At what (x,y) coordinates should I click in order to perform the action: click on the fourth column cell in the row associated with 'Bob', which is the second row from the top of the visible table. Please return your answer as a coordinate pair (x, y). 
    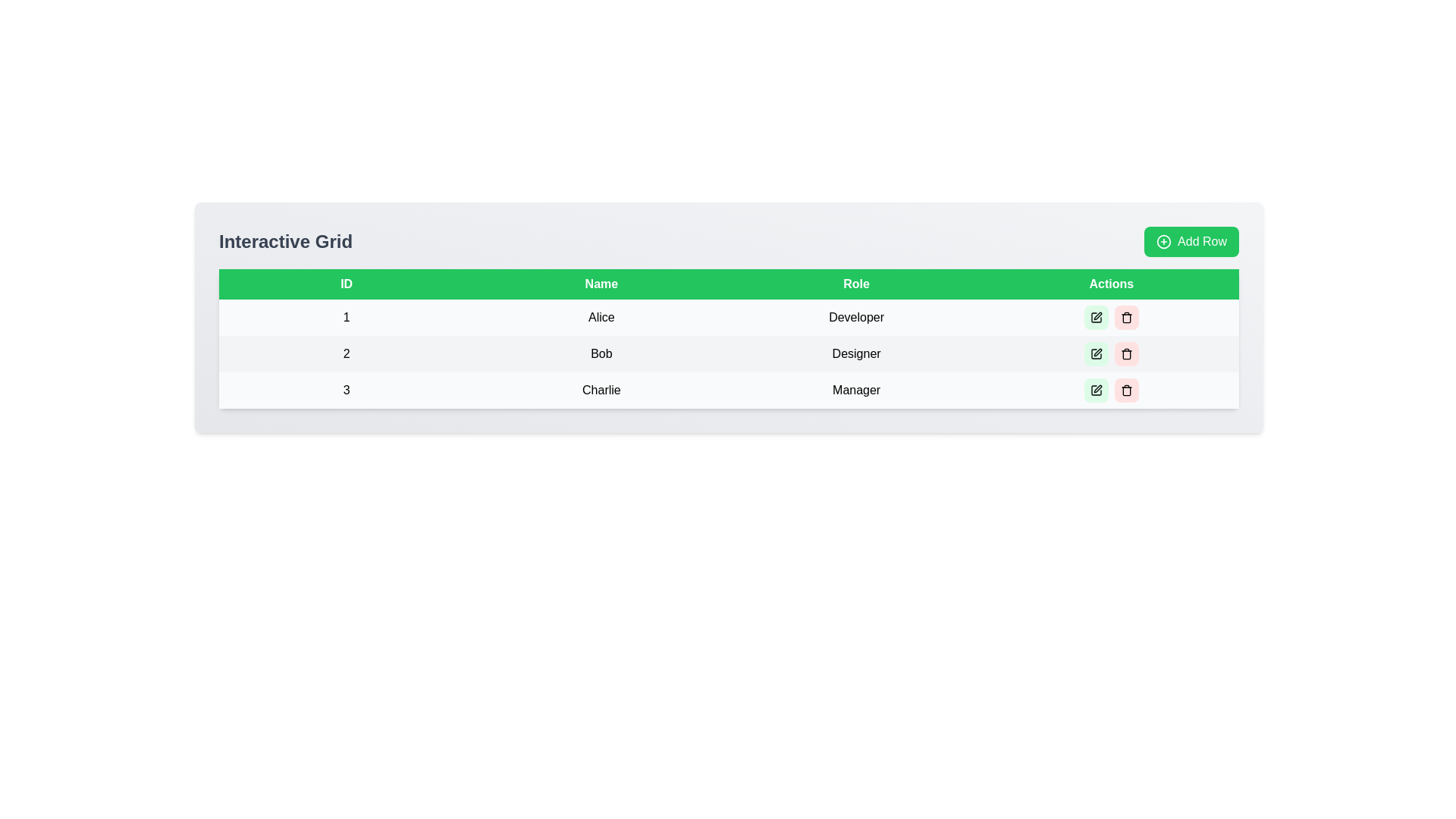
    Looking at the image, I should click on (1111, 353).